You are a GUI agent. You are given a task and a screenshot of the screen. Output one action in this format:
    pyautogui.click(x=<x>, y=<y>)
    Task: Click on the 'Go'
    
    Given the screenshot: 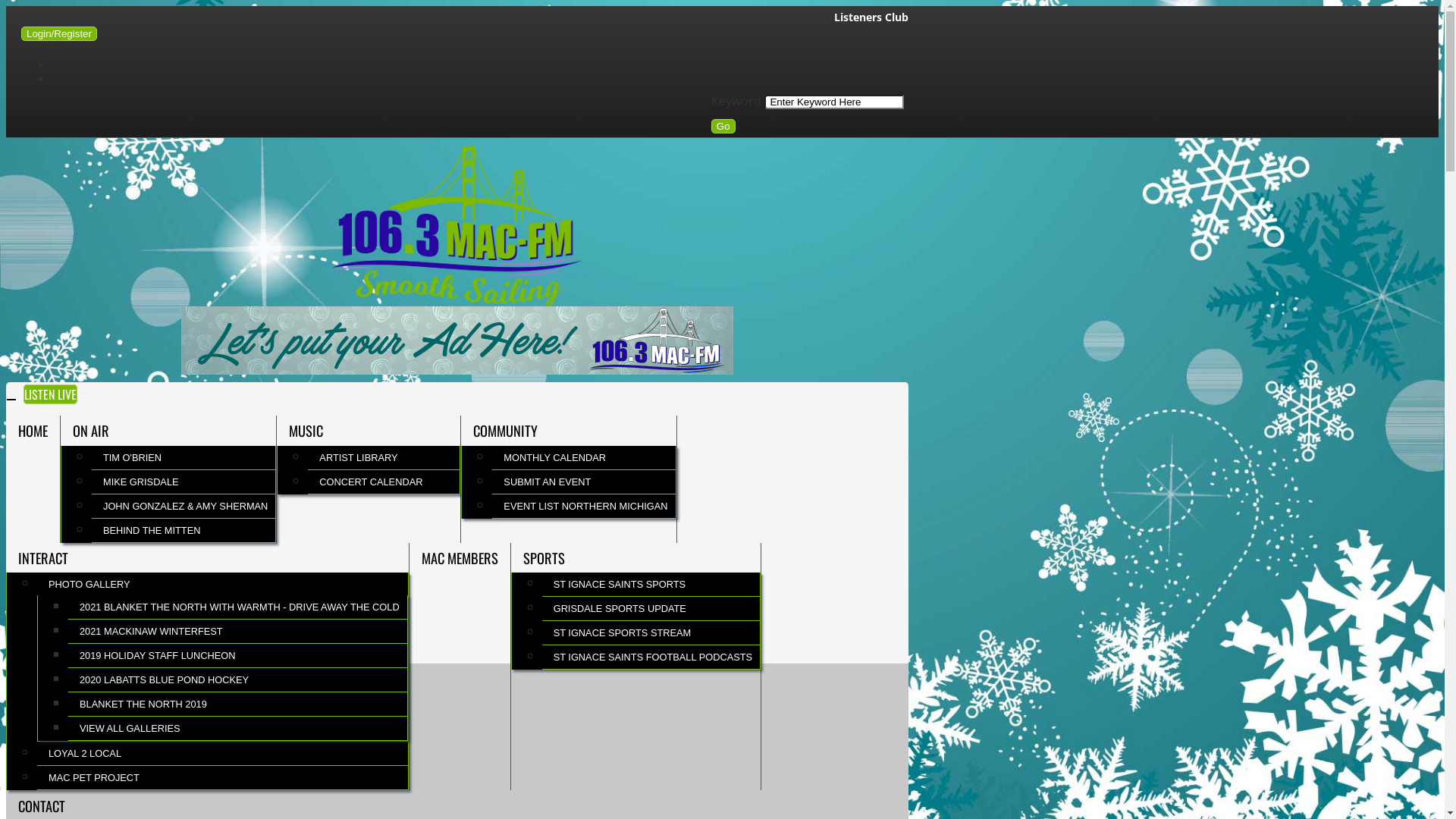 What is the action you would take?
    pyautogui.click(x=723, y=125)
    